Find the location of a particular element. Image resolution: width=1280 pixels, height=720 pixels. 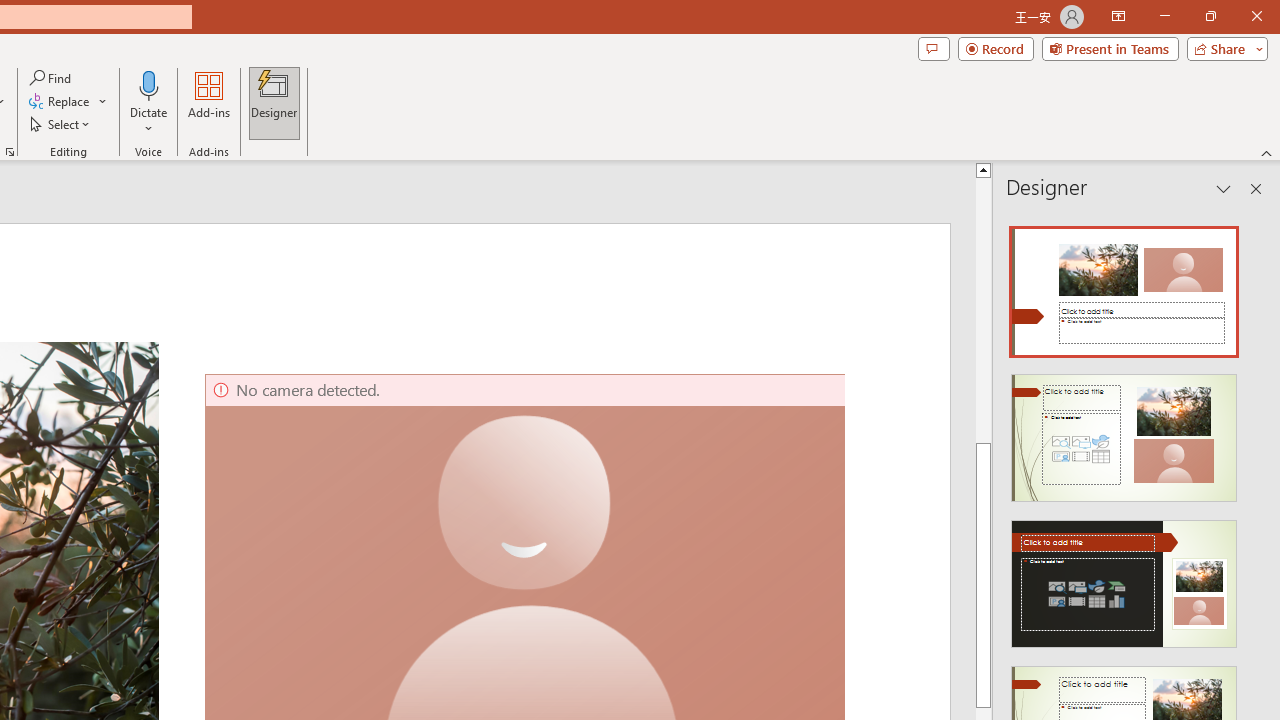

'Select' is located at coordinates (61, 124).